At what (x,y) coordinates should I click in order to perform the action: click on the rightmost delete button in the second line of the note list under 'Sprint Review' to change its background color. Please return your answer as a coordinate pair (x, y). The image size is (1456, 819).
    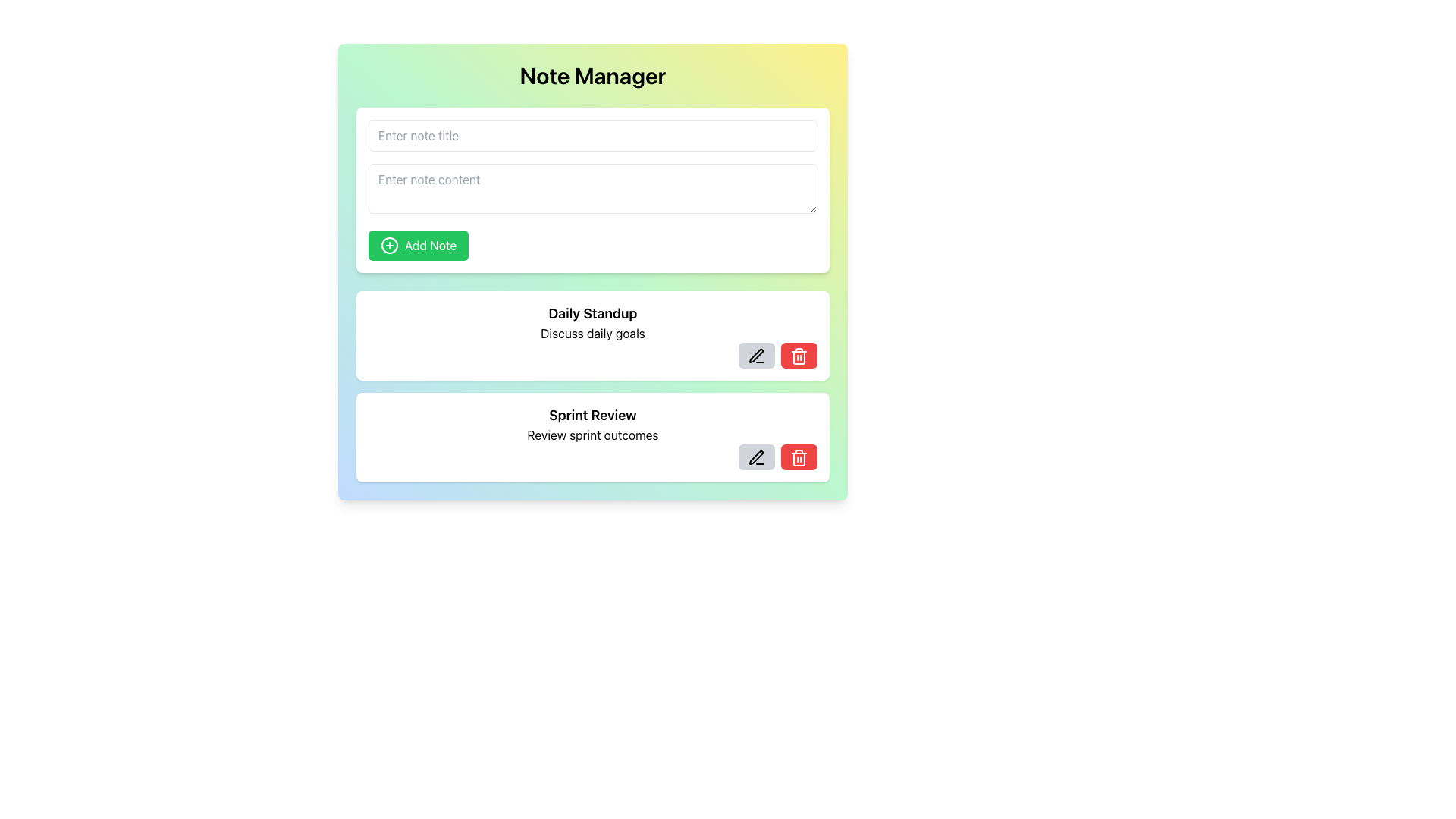
    Looking at the image, I should click on (799, 455).